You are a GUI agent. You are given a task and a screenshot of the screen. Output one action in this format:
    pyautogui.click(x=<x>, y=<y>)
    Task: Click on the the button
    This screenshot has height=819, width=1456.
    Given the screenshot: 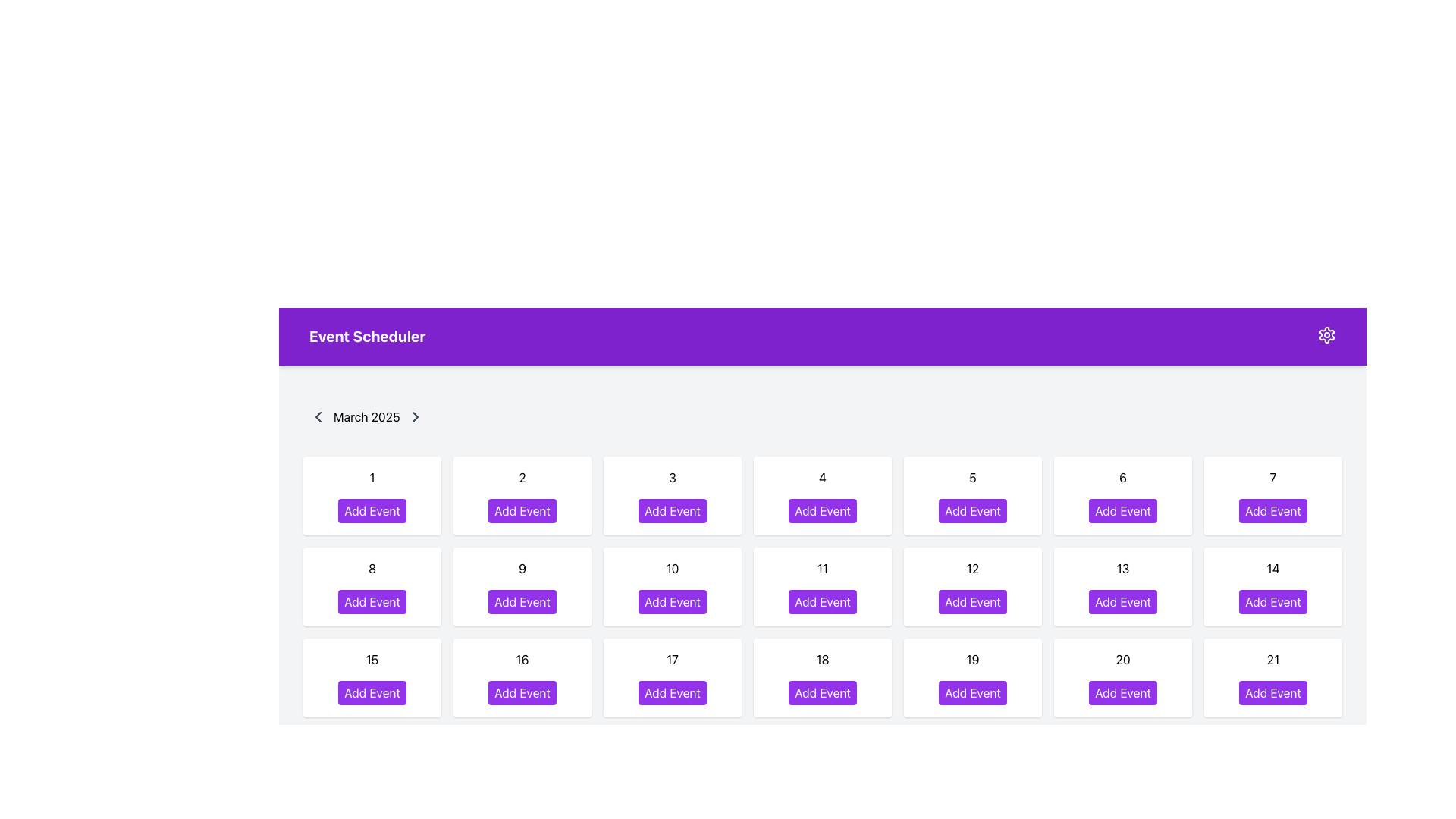 What is the action you would take?
    pyautogui.click(x=522, y=511)
    